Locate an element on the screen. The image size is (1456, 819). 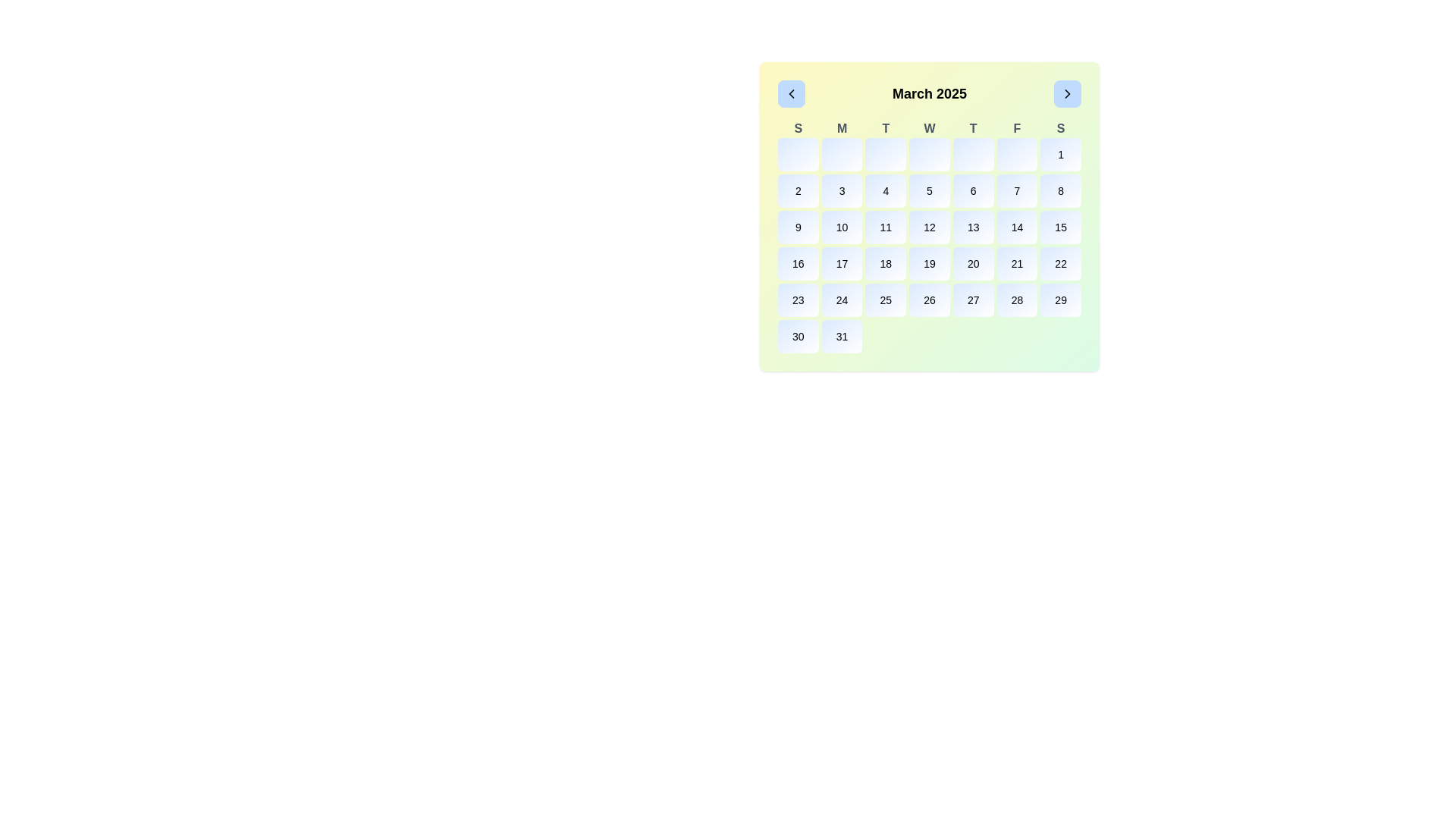
the rounded rectangular button with a gradient background containing the text '7', located in the second row, Friday column of the calendar grid is located at coordinates (1017, 190).